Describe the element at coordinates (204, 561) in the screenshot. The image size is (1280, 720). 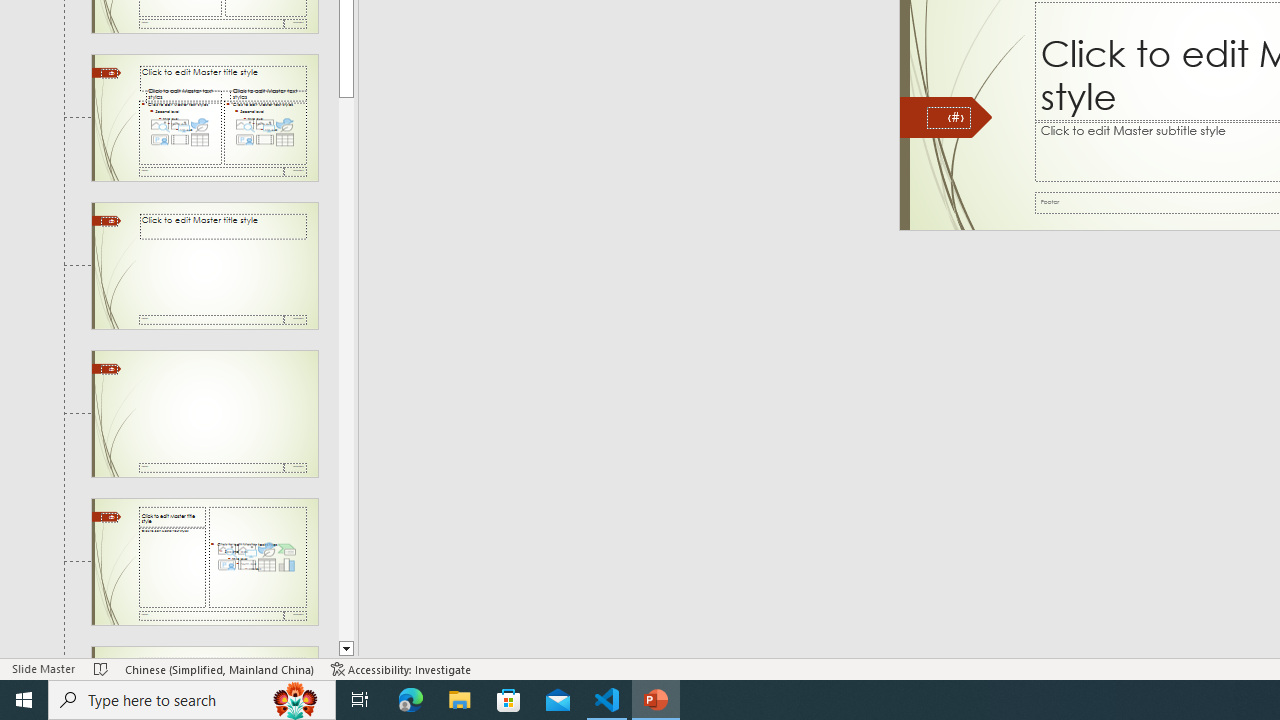
I see `'Slide Content with Caption Layout: used by no slides'` at that location.